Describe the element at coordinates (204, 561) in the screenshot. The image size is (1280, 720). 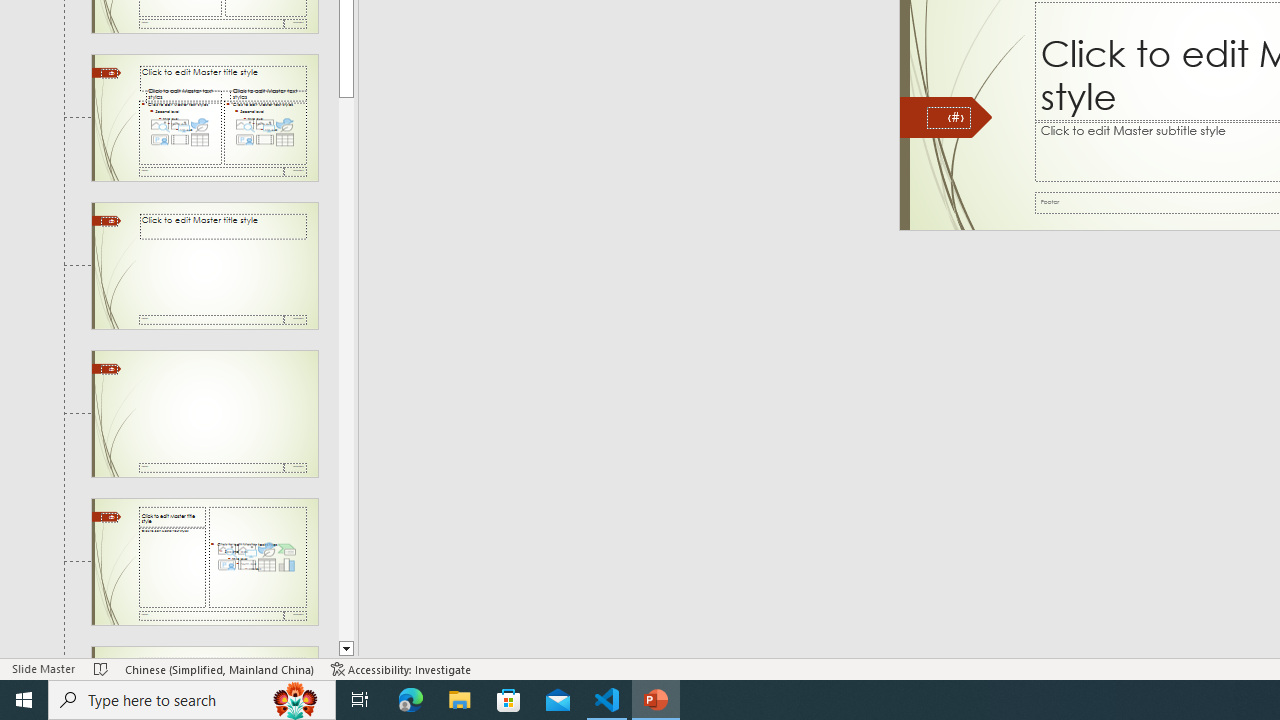
I see `'Slide Content with Caption Layout: used by no slides'` at that location.